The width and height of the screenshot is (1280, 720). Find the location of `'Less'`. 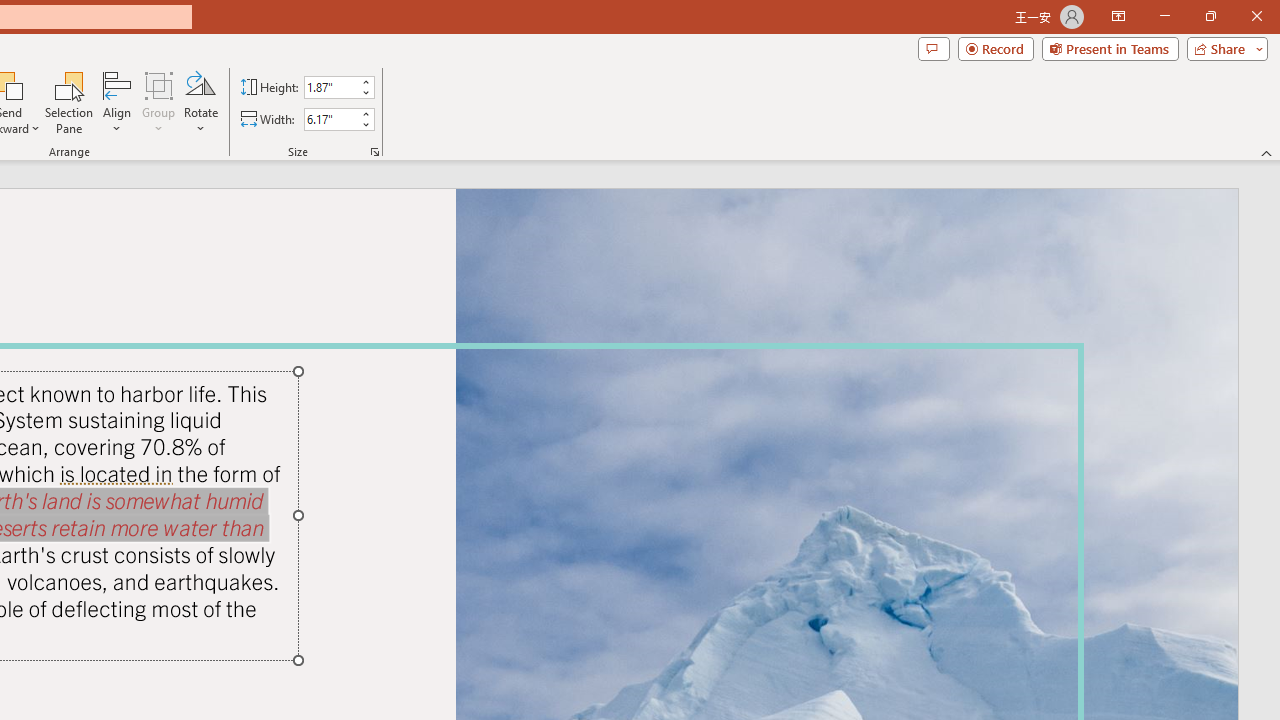

'Less' is located at coordinates (365, 124).